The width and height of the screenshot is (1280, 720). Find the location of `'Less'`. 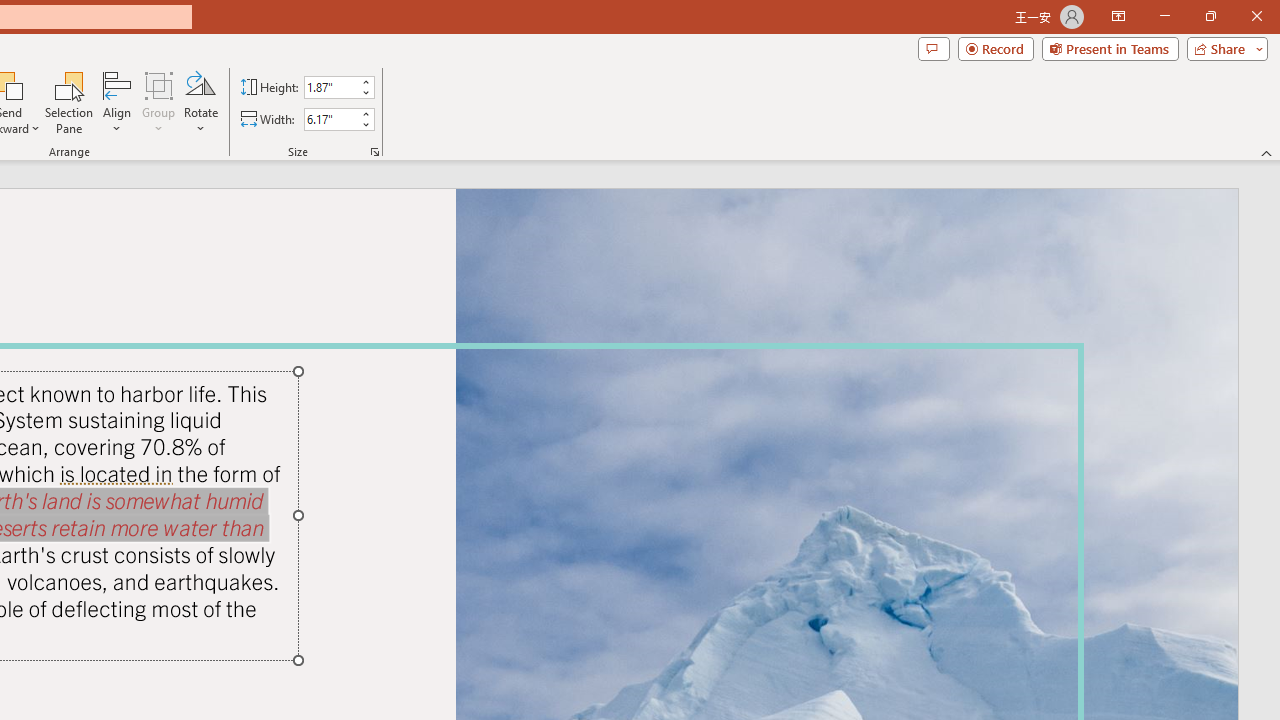

'Less' is located at coordinates (365, 124).